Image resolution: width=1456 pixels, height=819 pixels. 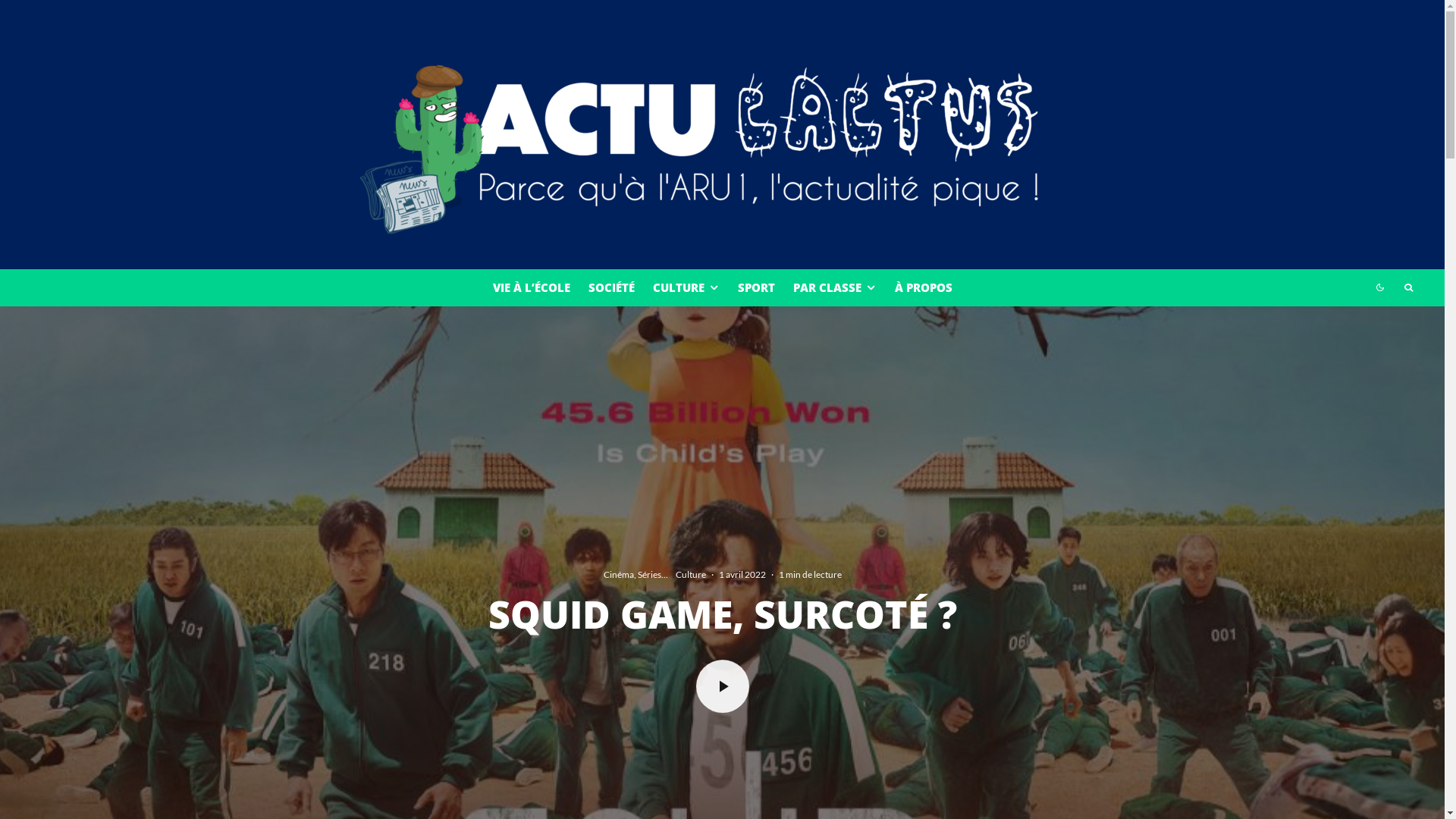 What do you see at coordinates (783, 287) in the screenshot?
I see `'PAR CLASSE'` at bounding box center [783, 287].